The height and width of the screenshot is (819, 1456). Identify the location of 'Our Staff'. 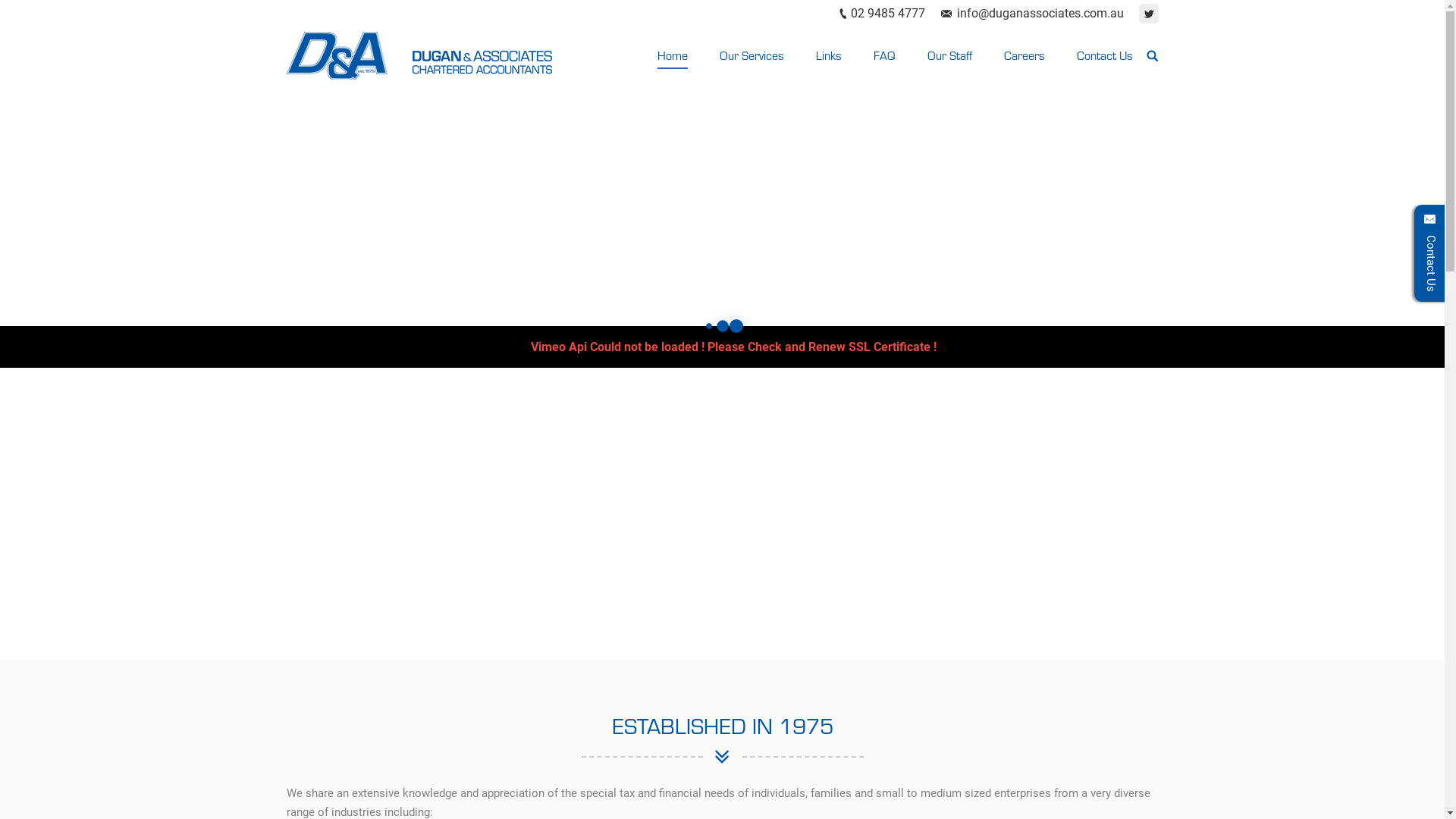
(949, 55).